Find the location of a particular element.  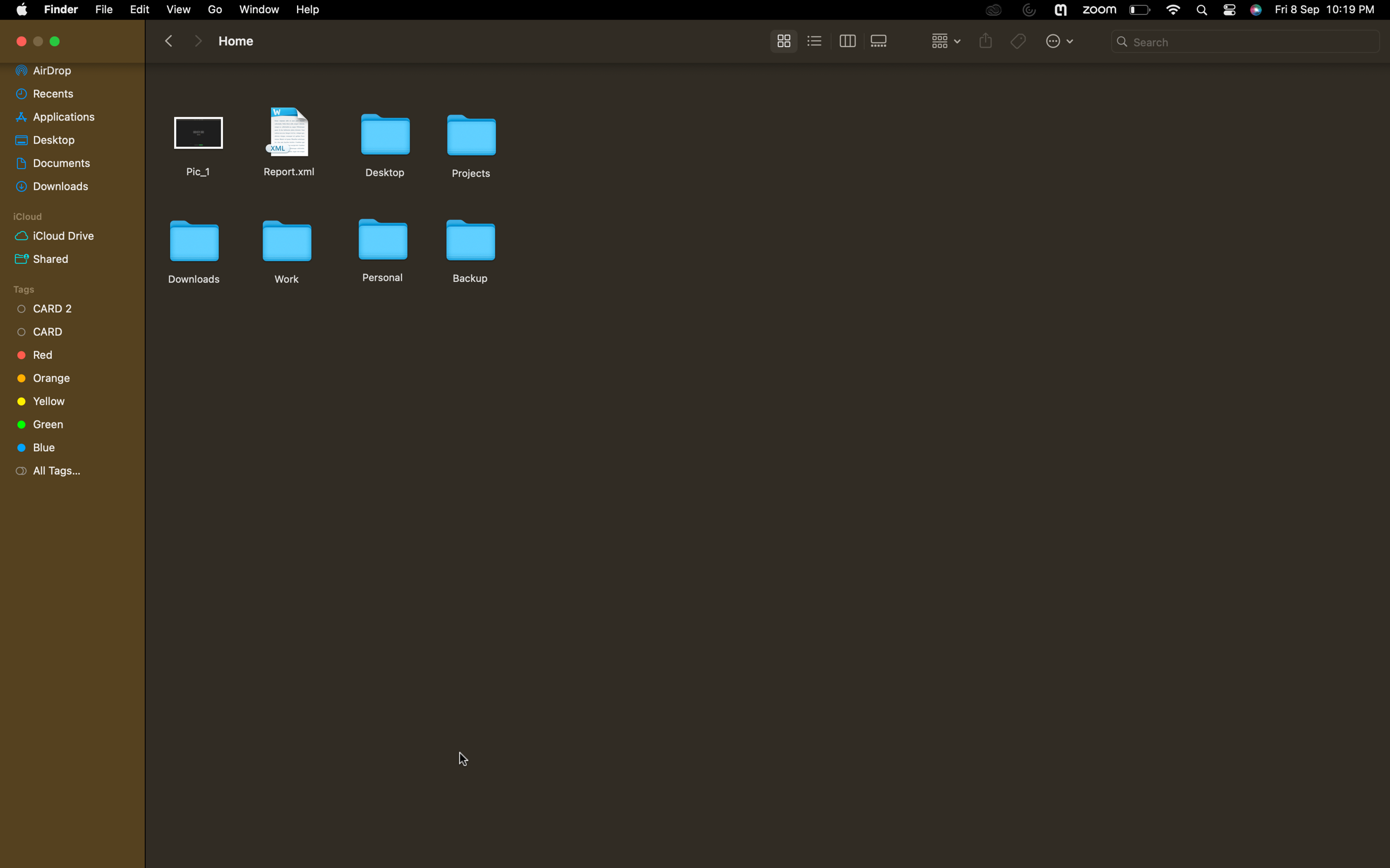

Delete the first file is located at coordinates (200, 141).